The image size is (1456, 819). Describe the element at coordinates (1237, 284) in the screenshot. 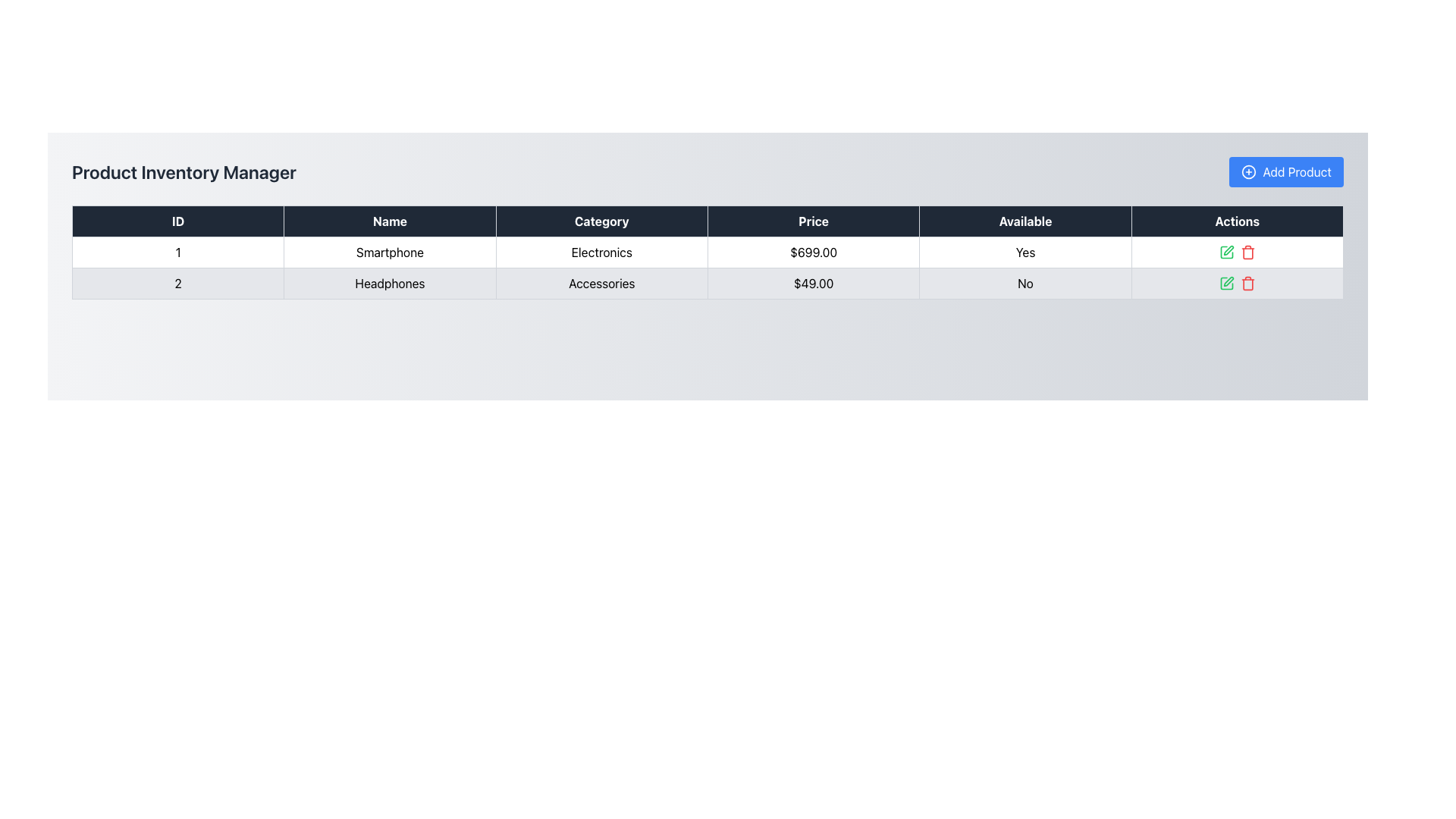

I see `the red delete icon in the Grouped interactive icons (edit and delete) located in the 'Actions' column of the second row in the table` at that location.